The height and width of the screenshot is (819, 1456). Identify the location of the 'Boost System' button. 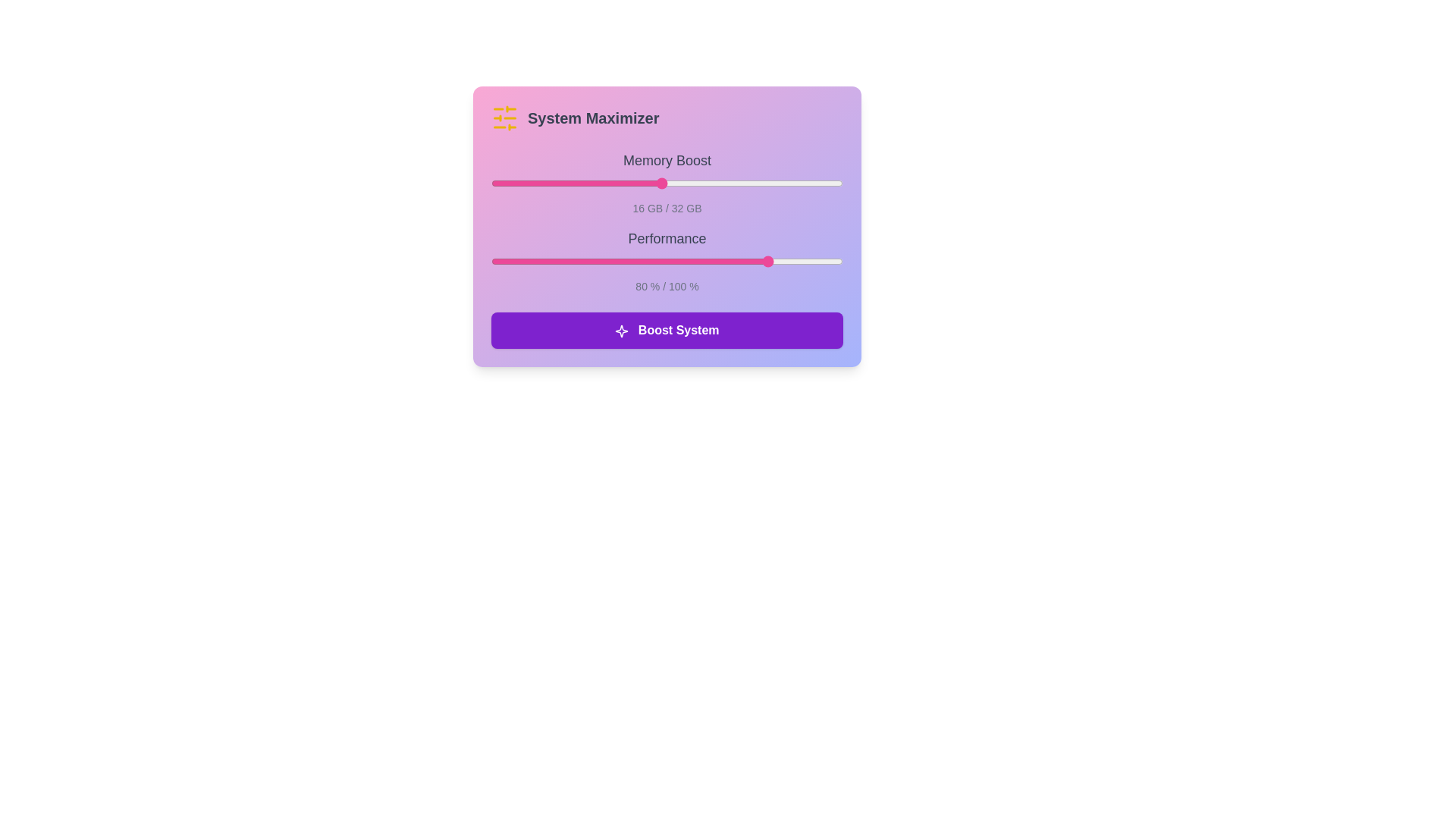
(667, 329).